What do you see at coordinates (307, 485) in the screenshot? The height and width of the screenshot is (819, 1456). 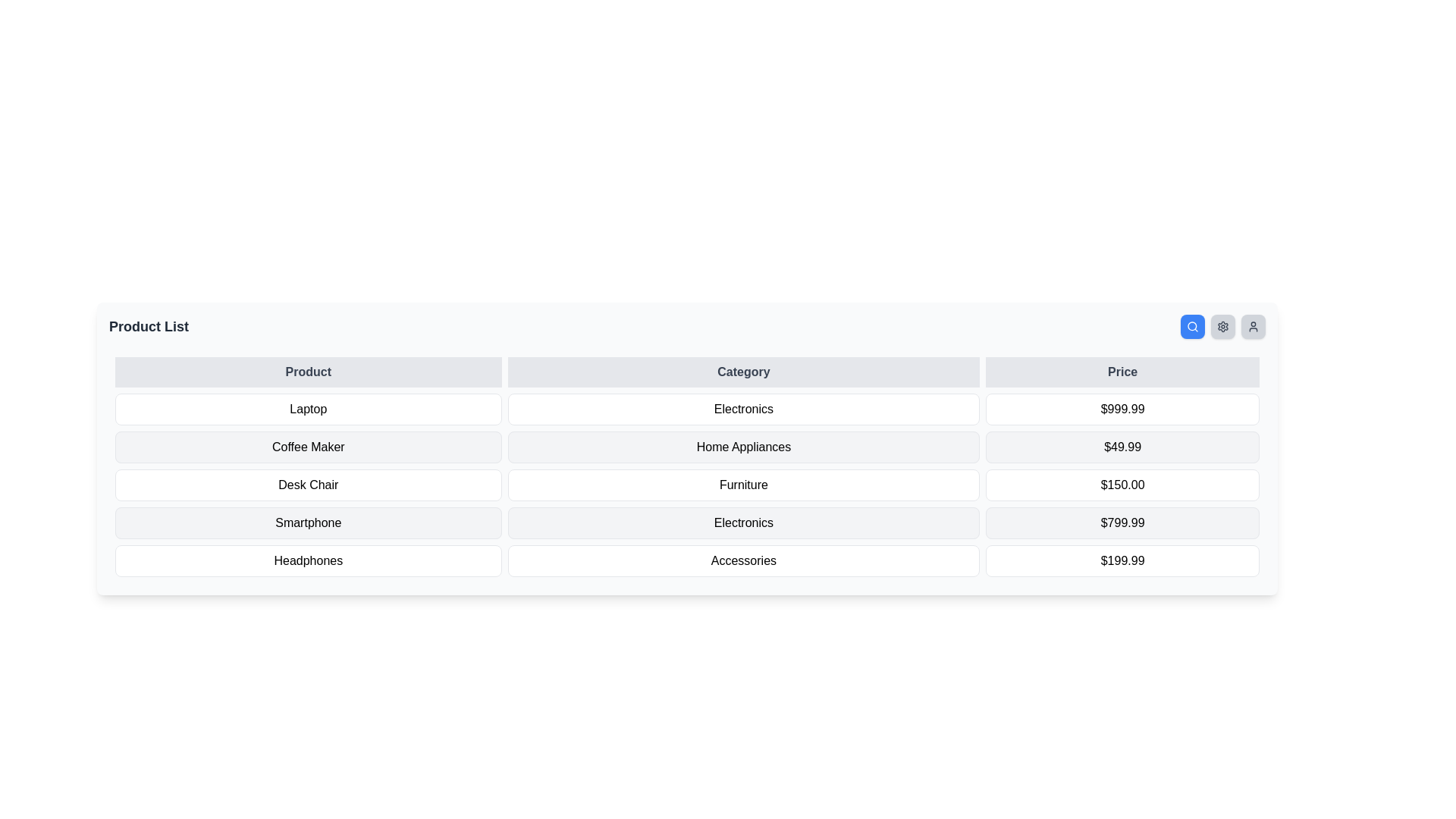 I see `the 'Desk Chair' text label in the second row of the product list table, which identifies the product and aligns with its category and price` at bounding box center [307, 485].